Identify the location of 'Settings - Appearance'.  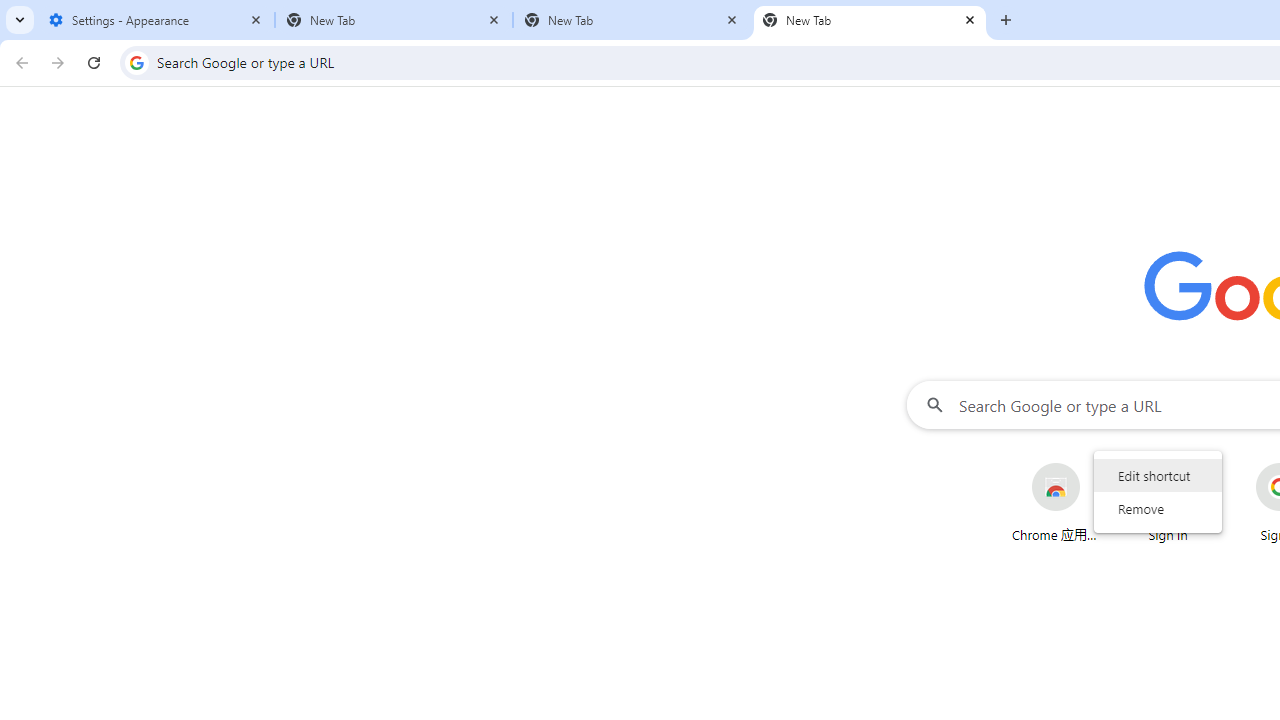
(155, 20).